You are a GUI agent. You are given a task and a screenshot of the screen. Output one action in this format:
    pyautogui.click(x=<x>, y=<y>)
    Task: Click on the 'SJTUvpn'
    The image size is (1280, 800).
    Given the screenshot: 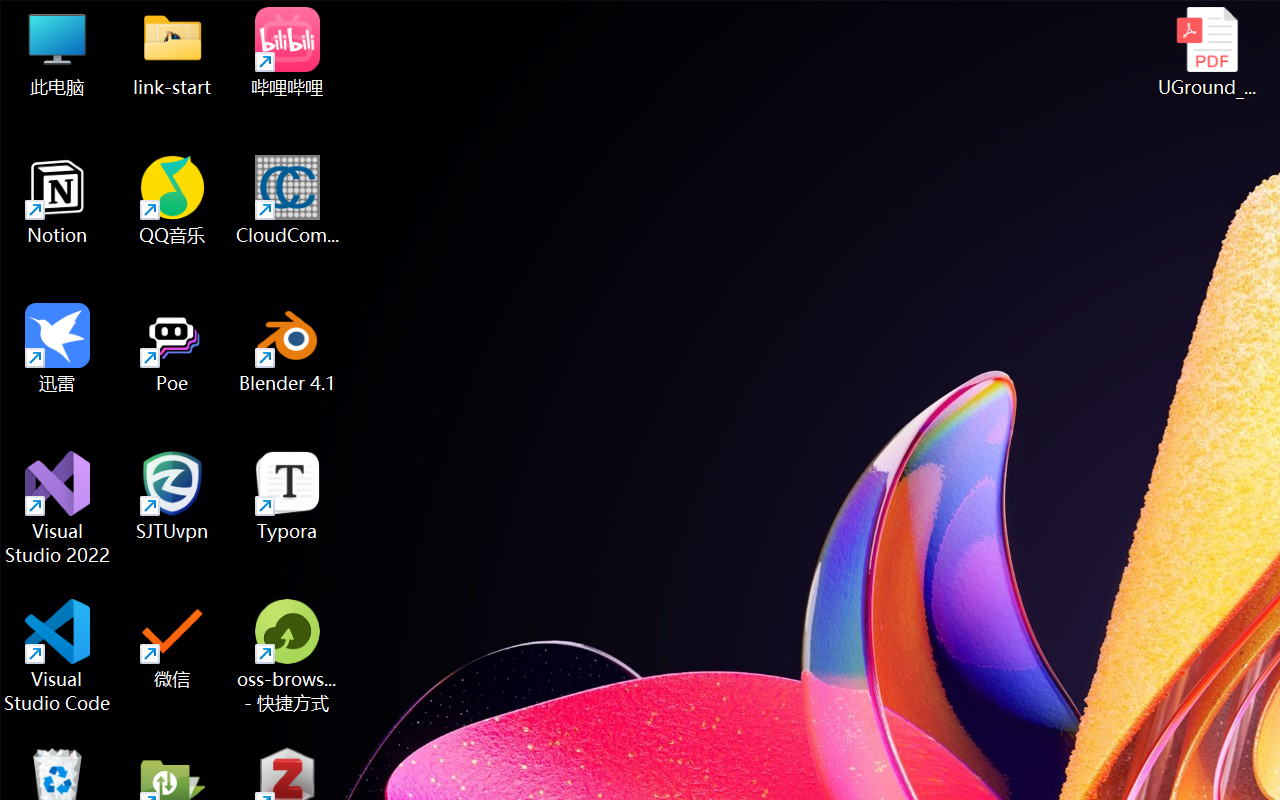 What is the action you would take?
    pyautogui.click(x=172, y=496)
    